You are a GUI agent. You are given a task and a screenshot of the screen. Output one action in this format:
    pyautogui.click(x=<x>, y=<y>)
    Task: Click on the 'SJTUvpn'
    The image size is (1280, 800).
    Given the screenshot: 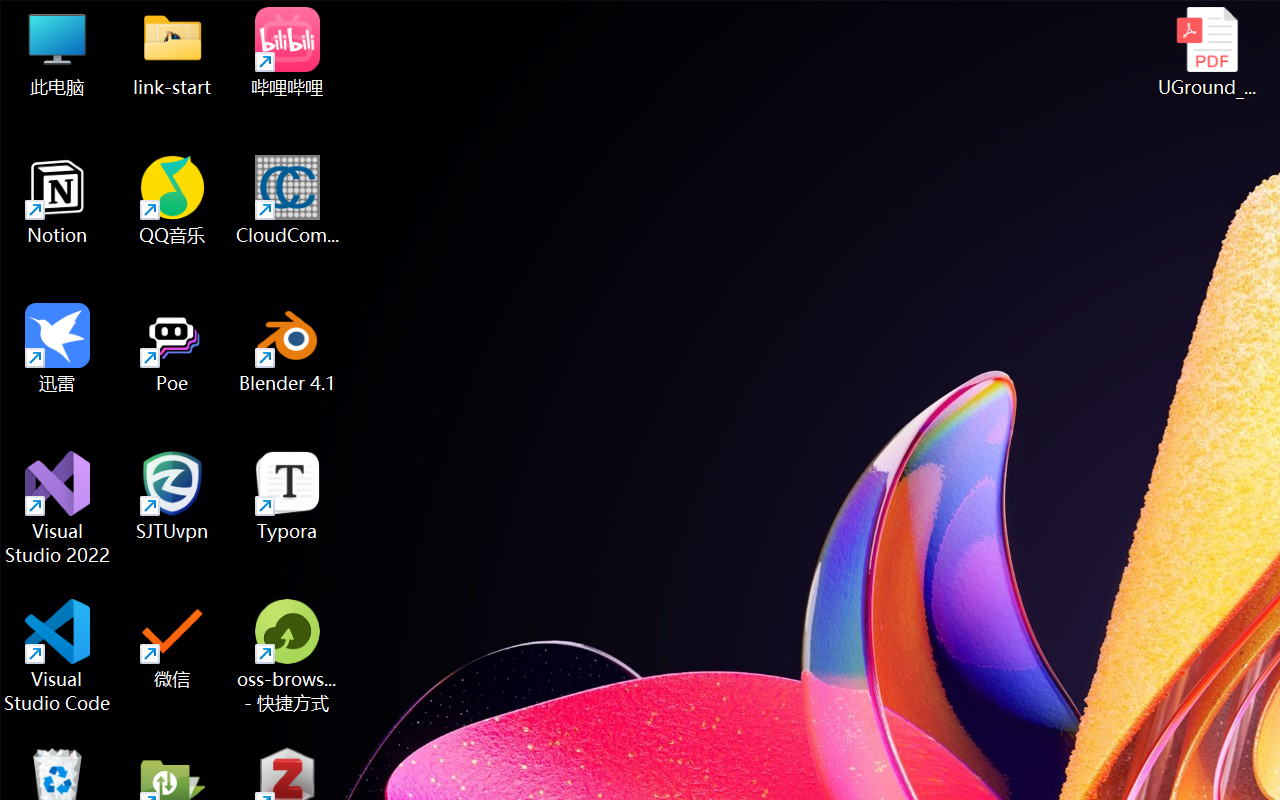 What is the action you would take?
    pyautogui.click(x=172, y=496)
    